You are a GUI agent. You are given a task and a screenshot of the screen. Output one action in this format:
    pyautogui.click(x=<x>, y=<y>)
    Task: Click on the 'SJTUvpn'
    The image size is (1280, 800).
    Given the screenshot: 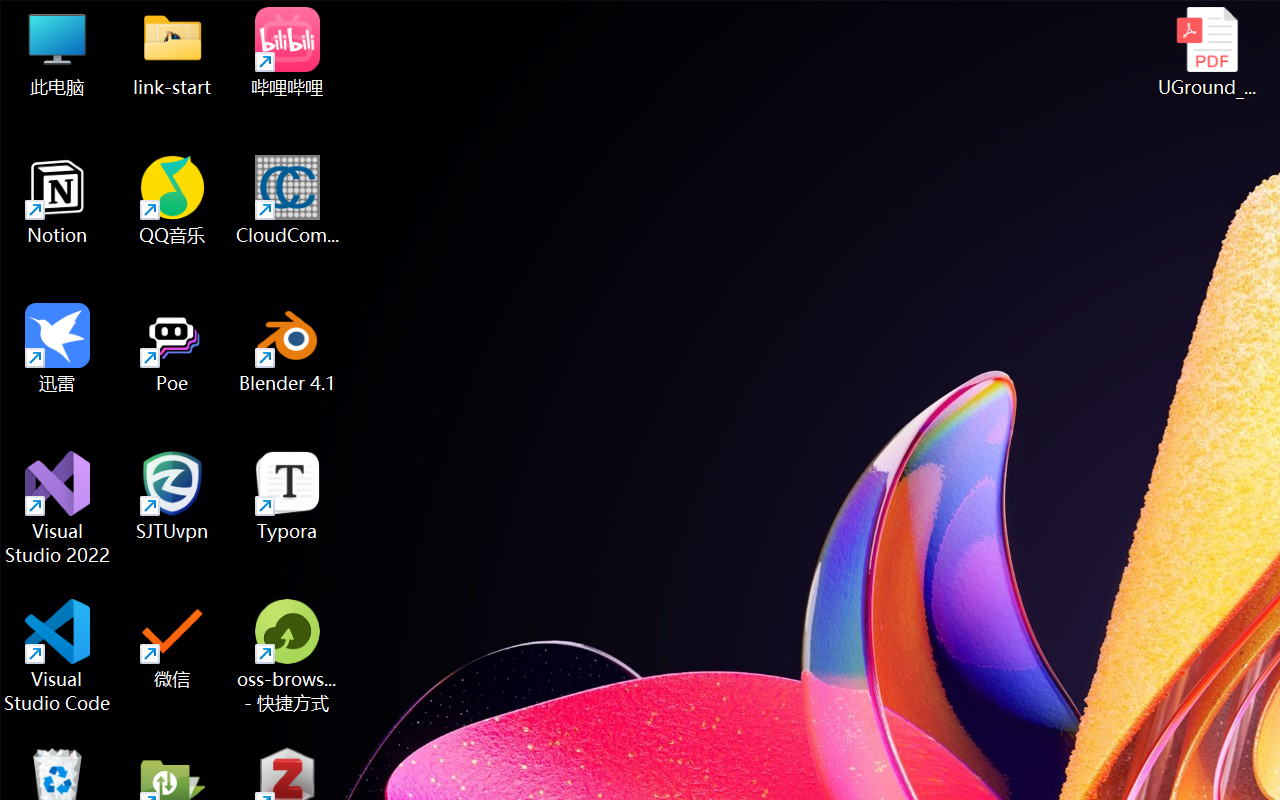 What is the action you would take?
    pyautogui.click(x=172, y=496)
    